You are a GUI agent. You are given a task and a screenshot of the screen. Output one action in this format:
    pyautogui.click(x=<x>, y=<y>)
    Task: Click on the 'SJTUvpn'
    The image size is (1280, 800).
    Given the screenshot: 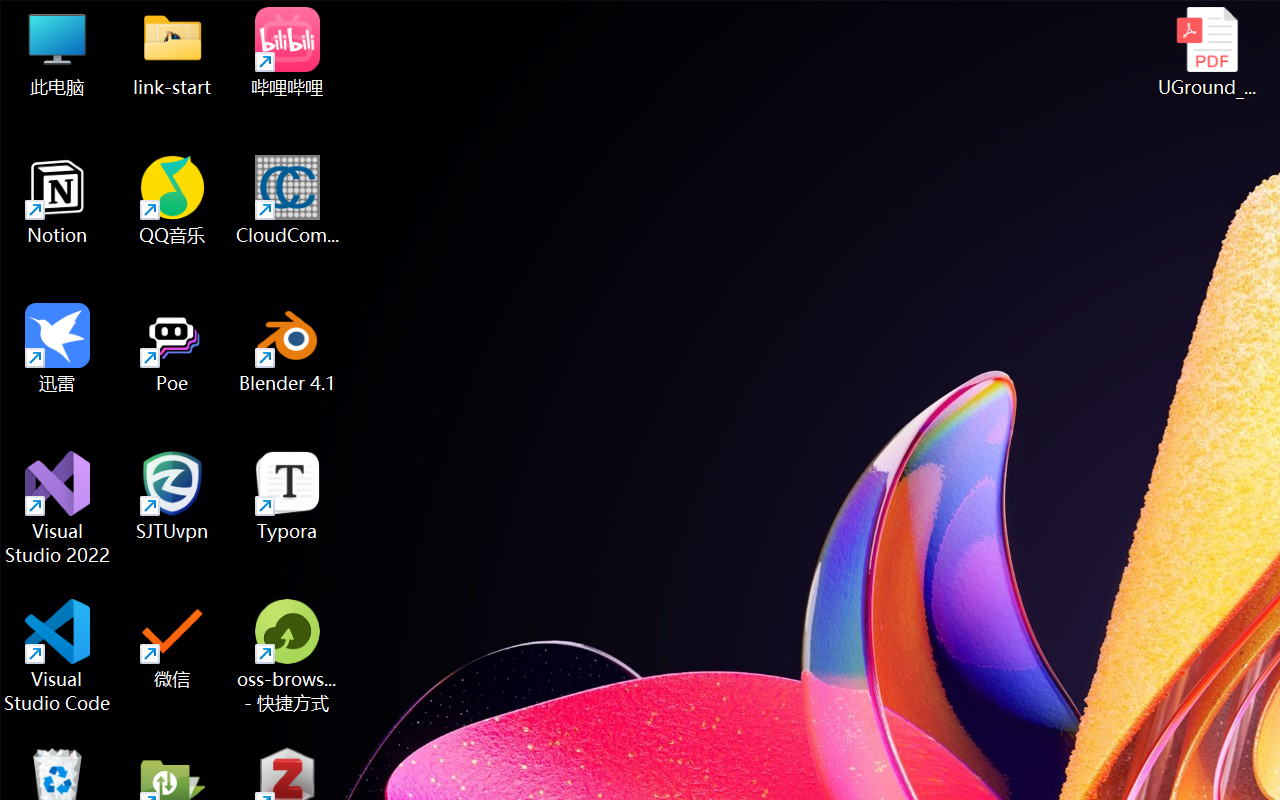 What is the action you would take?
    pyautogui.click(x=172, y=496)
    